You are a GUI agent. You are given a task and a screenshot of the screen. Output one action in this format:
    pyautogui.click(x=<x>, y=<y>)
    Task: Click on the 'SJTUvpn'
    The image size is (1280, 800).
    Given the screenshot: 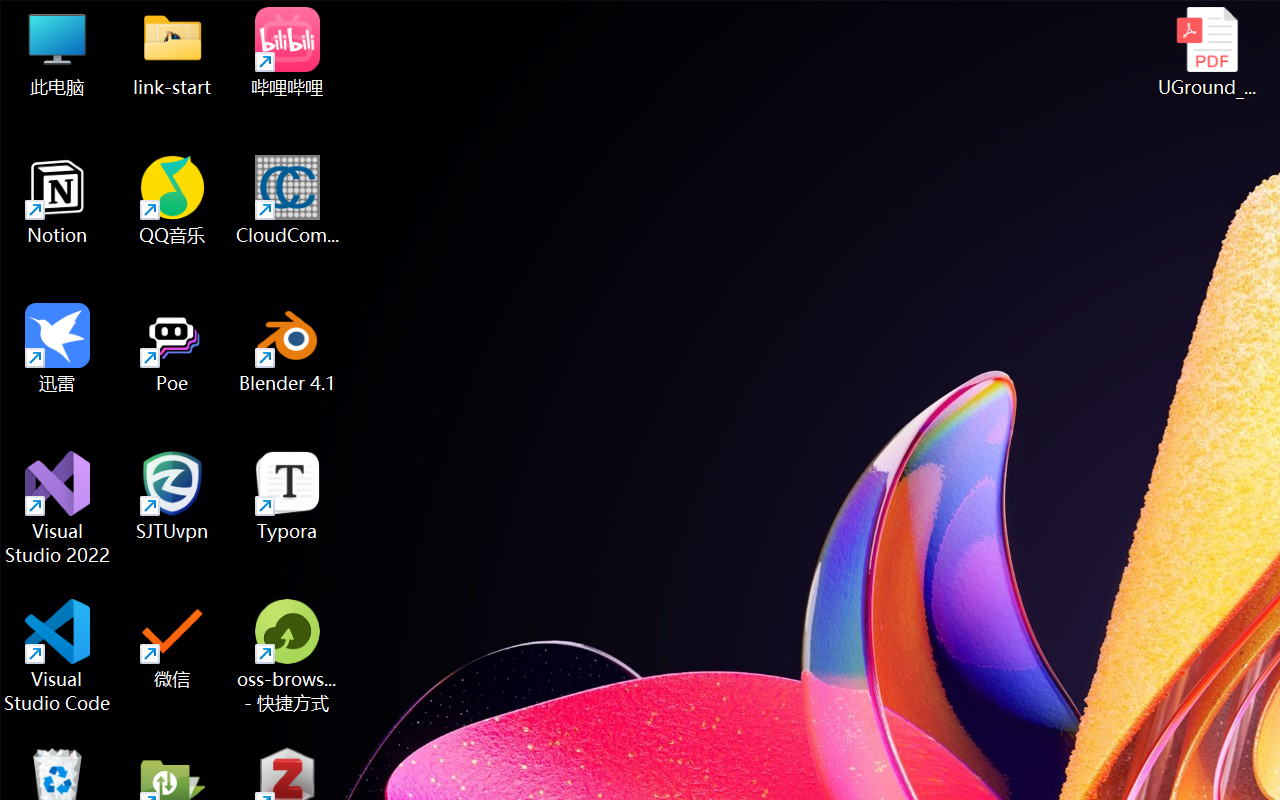 What is the action you would take?
    pyautogui.click(x=172, y=496)
    